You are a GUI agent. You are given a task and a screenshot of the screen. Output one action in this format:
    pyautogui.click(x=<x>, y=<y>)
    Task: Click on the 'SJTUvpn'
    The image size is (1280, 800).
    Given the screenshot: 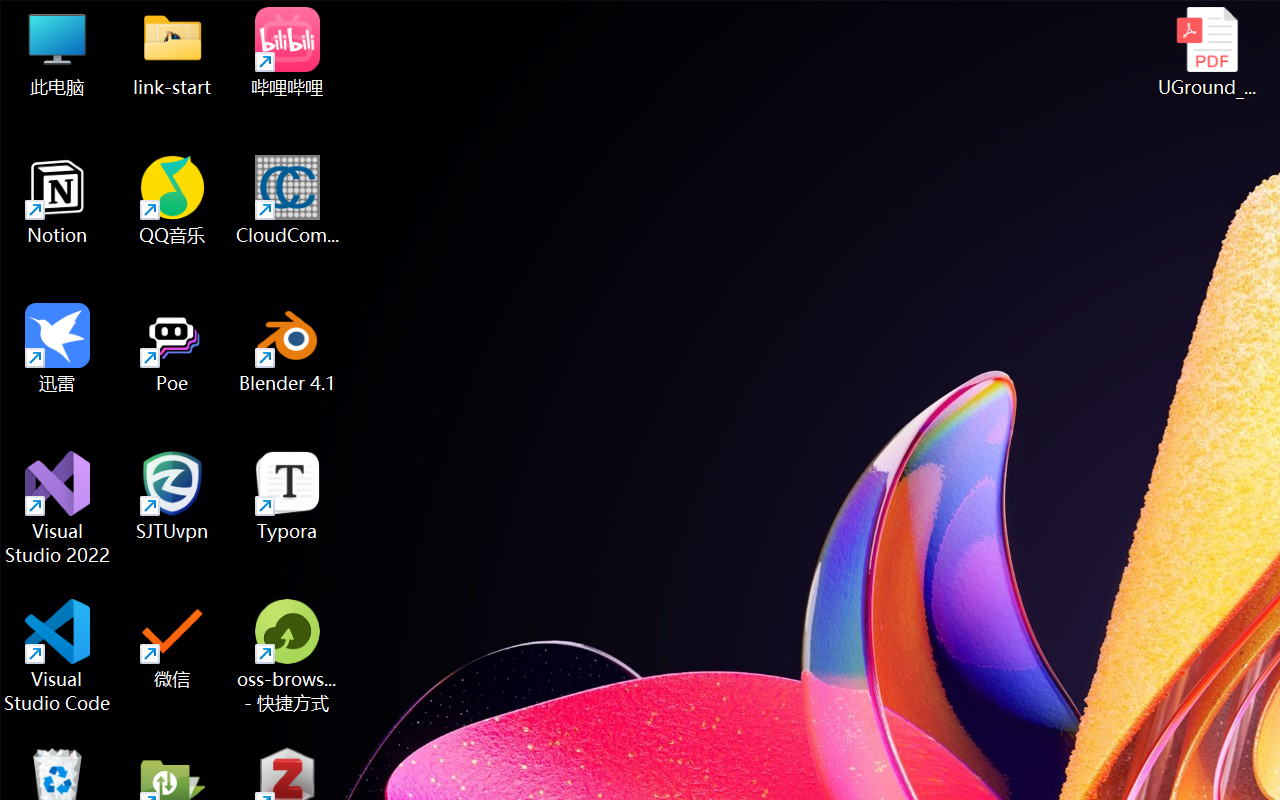 What is the action you would take?
    pyautogui.click(x=172, y=496)
    